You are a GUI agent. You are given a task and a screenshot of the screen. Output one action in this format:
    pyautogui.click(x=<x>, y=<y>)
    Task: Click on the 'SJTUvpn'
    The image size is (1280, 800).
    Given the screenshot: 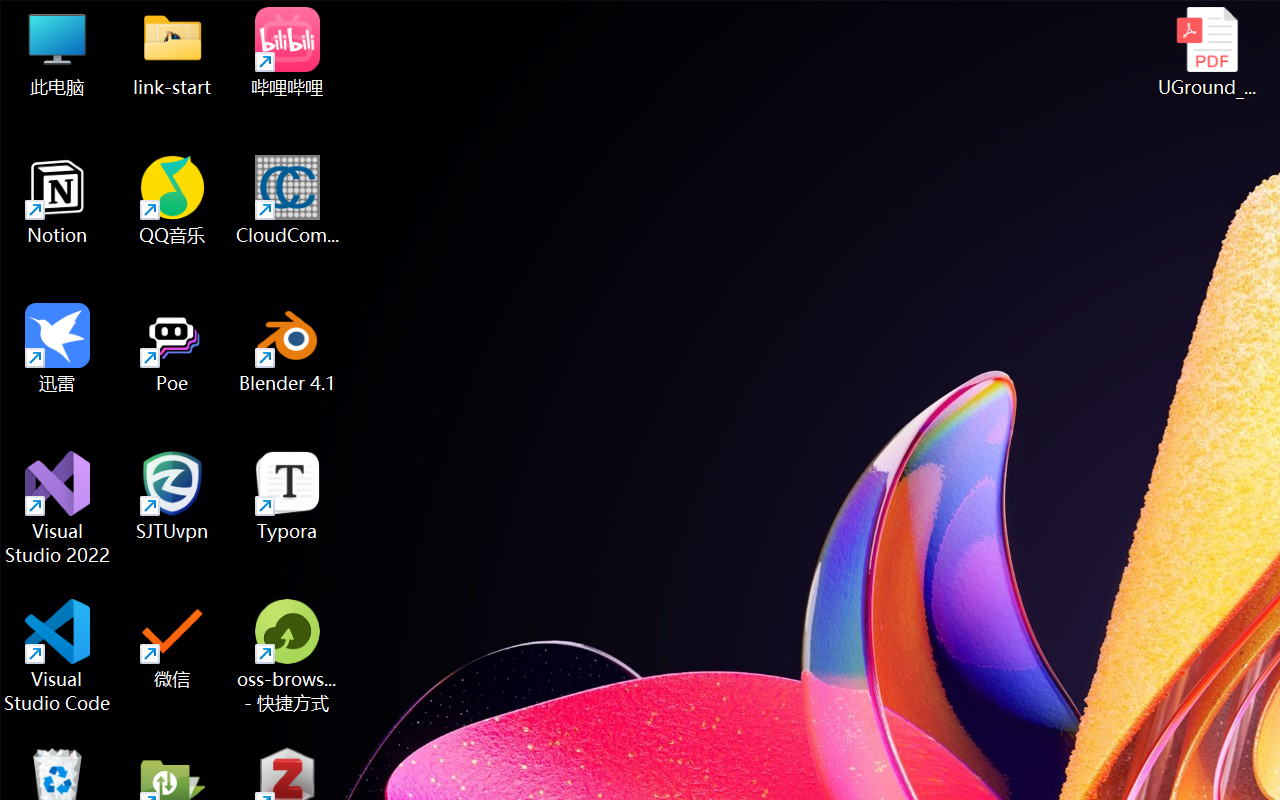 What is the action you would take?
    pyautogui.click(x=172, y=496)
    